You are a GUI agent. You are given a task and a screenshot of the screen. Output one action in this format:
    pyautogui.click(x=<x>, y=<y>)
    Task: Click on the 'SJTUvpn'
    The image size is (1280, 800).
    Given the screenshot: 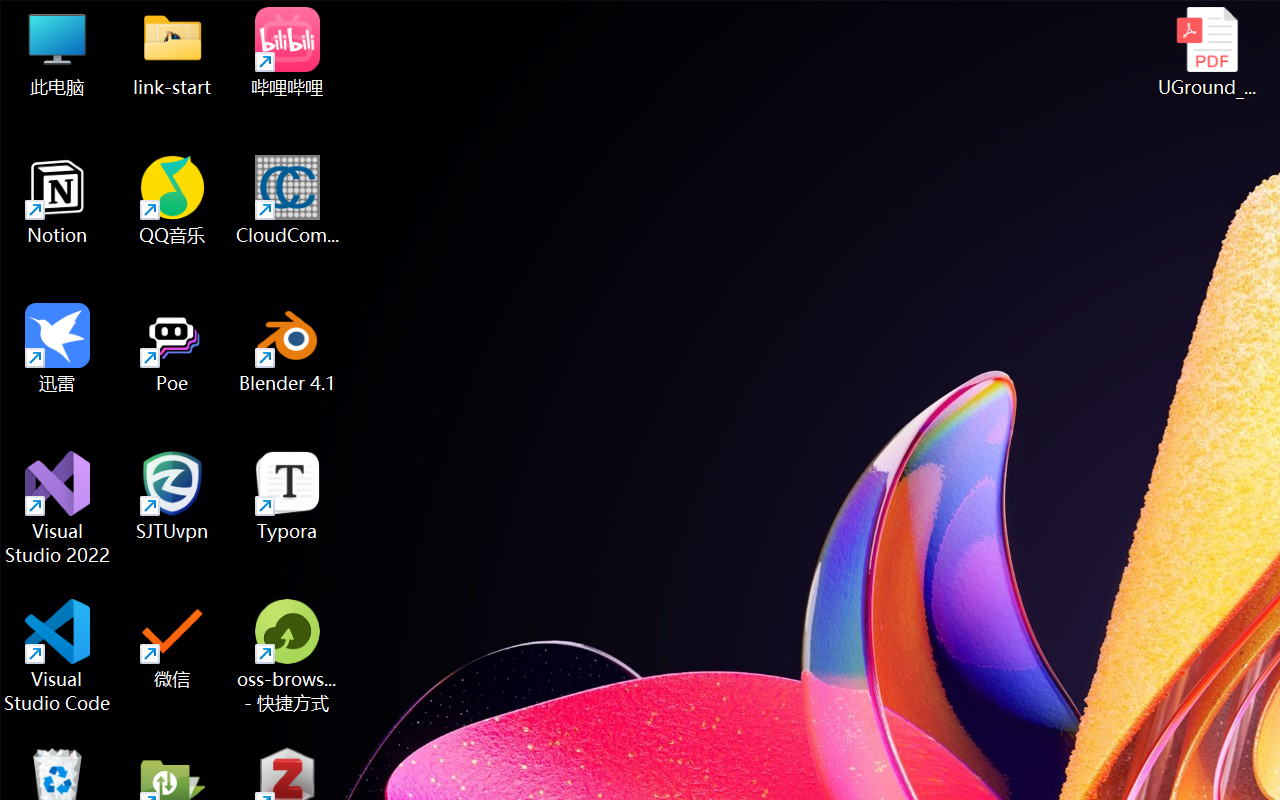 What is the action you would take?
    pyautogui.click(x=172, y=496)
    